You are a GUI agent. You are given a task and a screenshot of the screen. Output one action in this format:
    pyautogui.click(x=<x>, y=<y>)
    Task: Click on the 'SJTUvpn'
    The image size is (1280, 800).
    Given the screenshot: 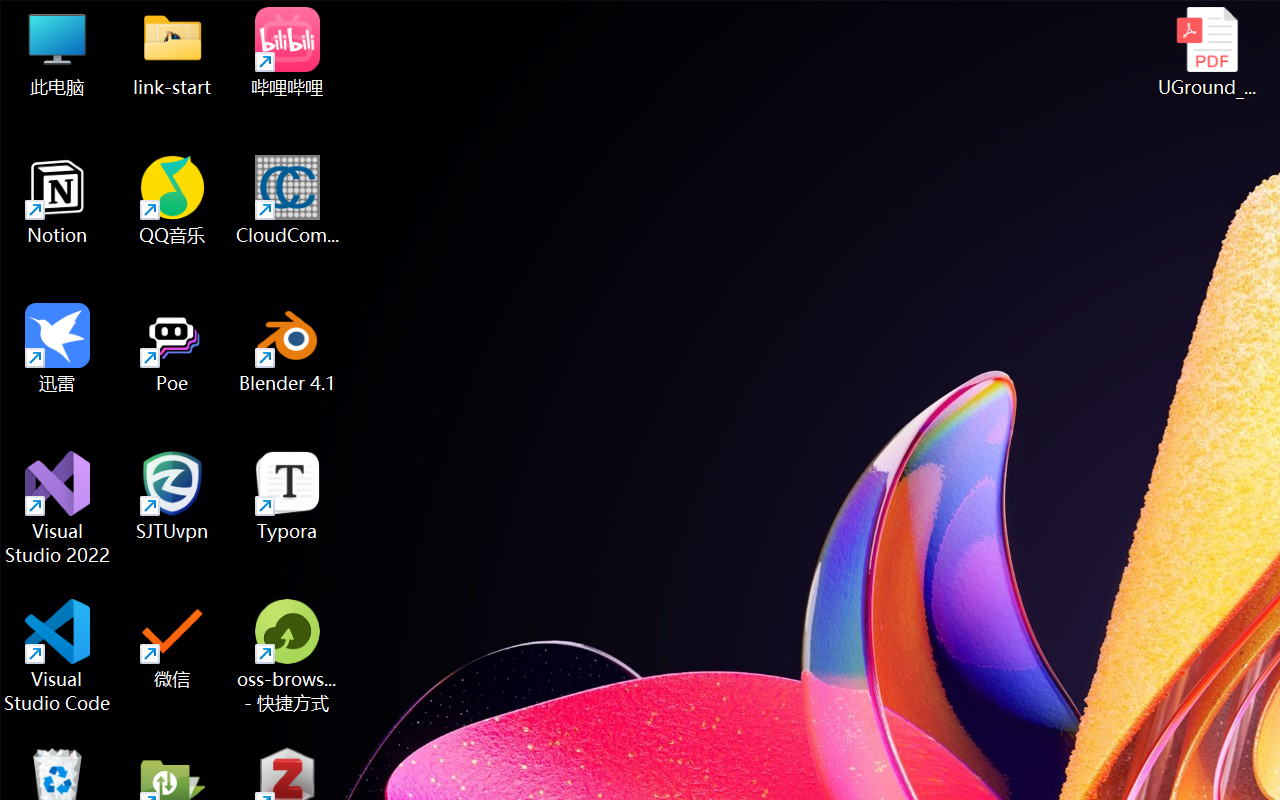 What is the action you would take?
    pyautogui.click(x=172, y=496)
    